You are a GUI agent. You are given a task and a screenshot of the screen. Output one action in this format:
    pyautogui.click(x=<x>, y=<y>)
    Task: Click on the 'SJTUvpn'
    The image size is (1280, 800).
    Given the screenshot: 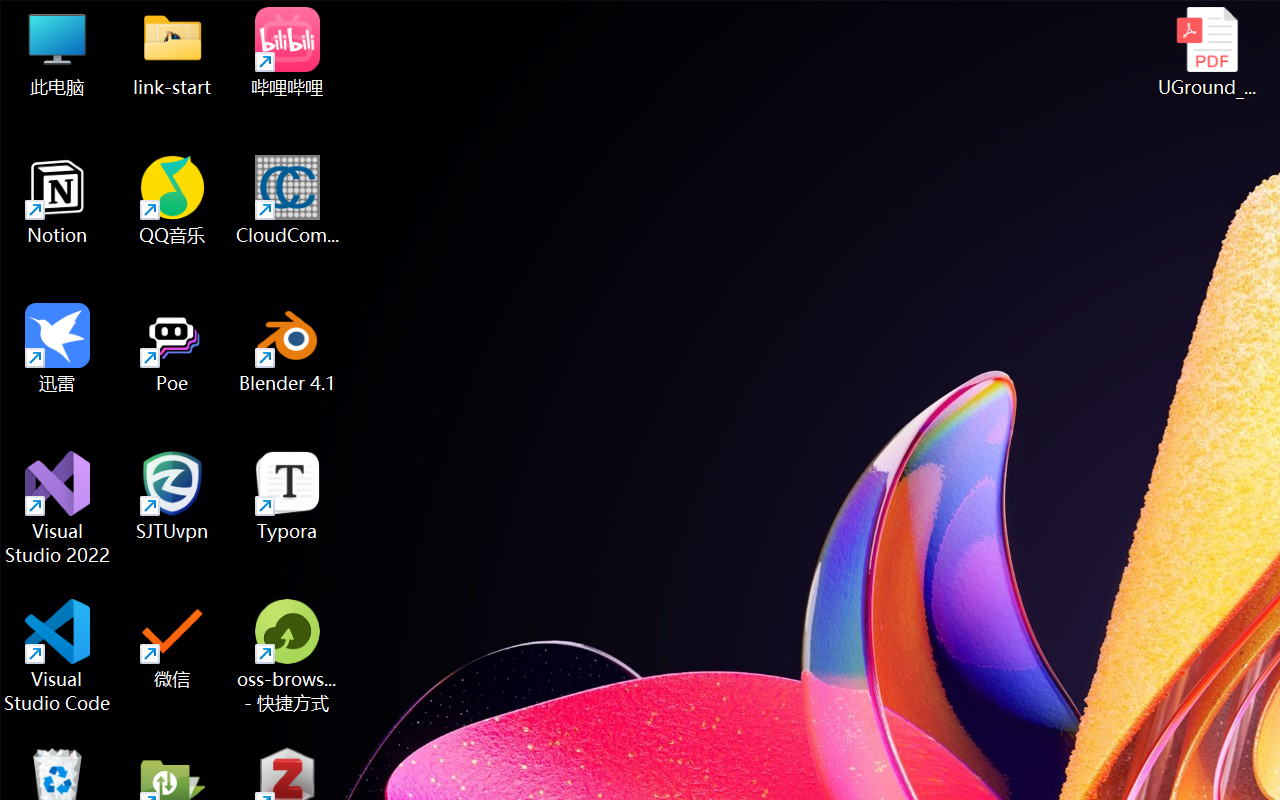 What is the action you would take?
    pyautogui.click(x=172, y=496)
    